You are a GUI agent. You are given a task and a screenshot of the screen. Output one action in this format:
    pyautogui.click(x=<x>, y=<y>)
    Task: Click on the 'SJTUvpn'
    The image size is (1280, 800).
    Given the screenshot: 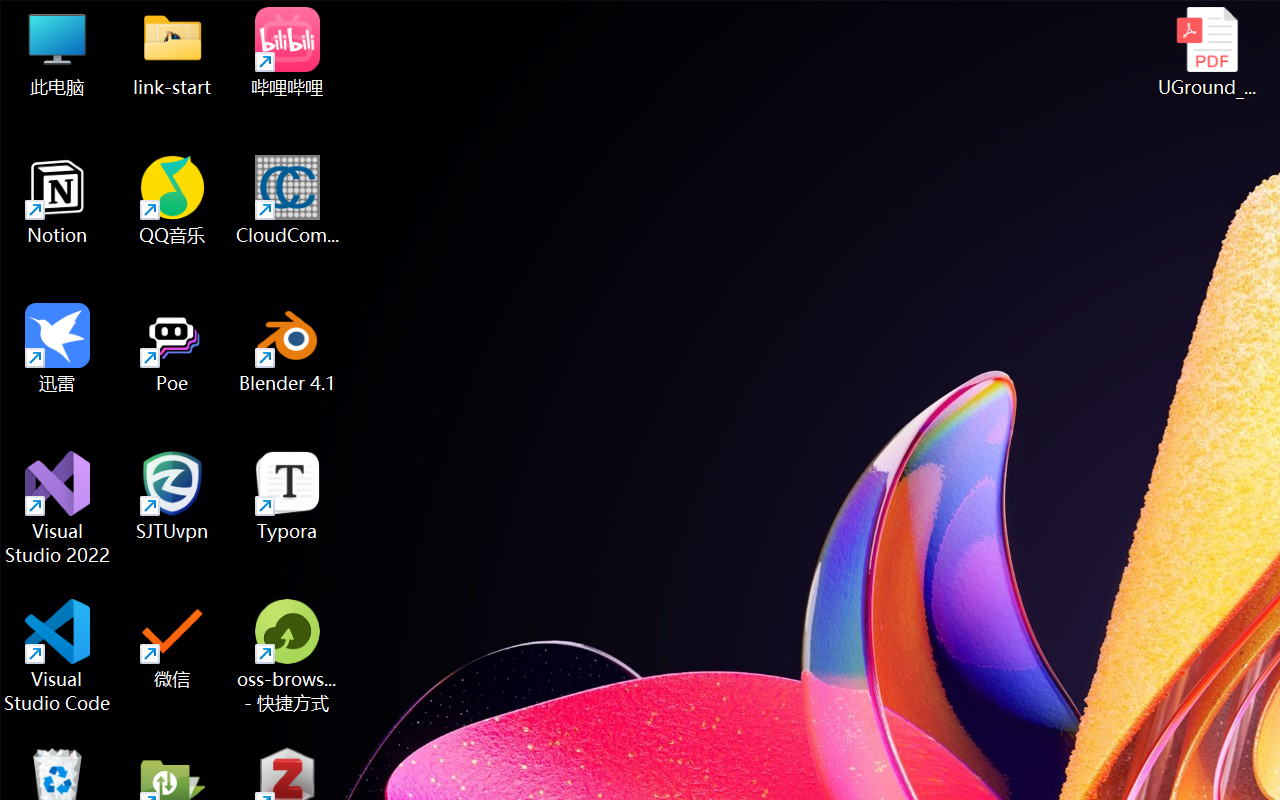 What is the action you would take?
    pyautogui.click(x=172, y=496)
    